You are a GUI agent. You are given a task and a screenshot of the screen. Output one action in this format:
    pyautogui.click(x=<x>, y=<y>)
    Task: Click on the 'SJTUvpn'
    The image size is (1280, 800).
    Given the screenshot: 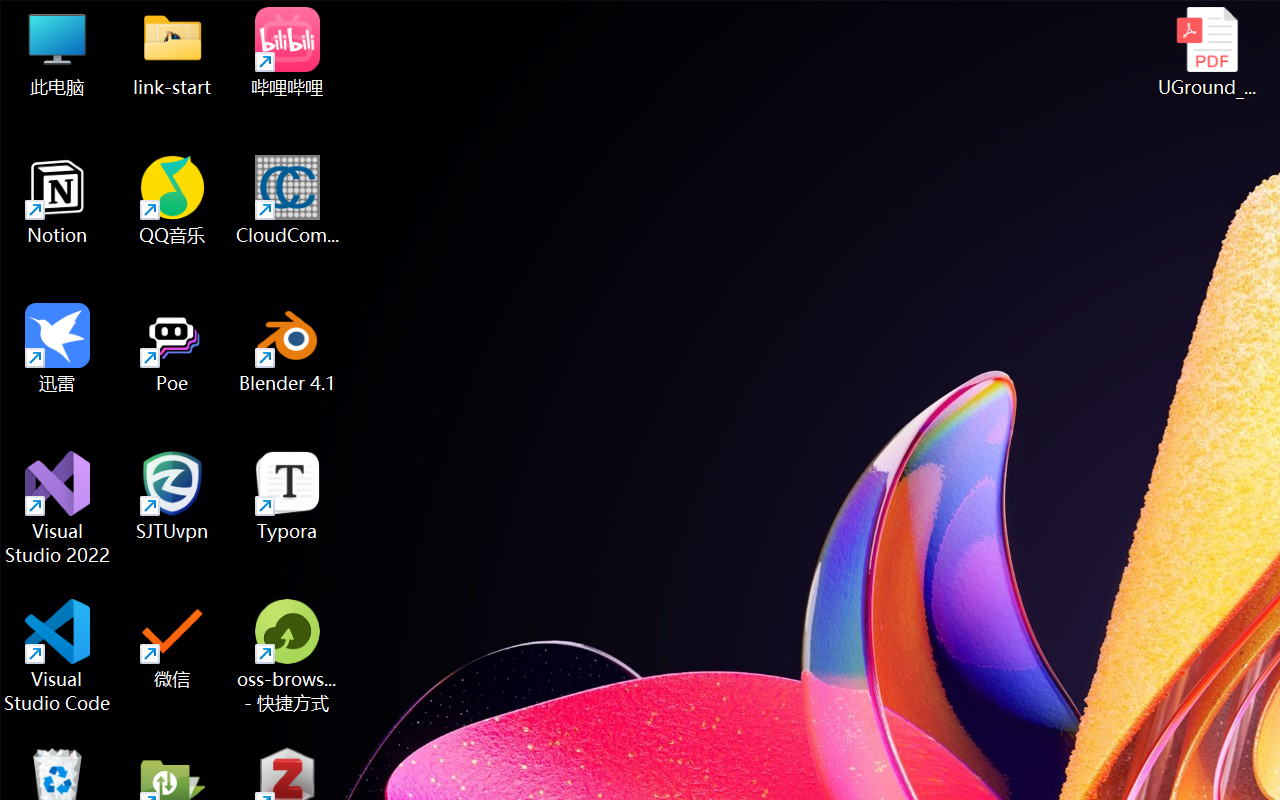 What is the action you would take?
    pyautogui.click(x=172, y=496)
    